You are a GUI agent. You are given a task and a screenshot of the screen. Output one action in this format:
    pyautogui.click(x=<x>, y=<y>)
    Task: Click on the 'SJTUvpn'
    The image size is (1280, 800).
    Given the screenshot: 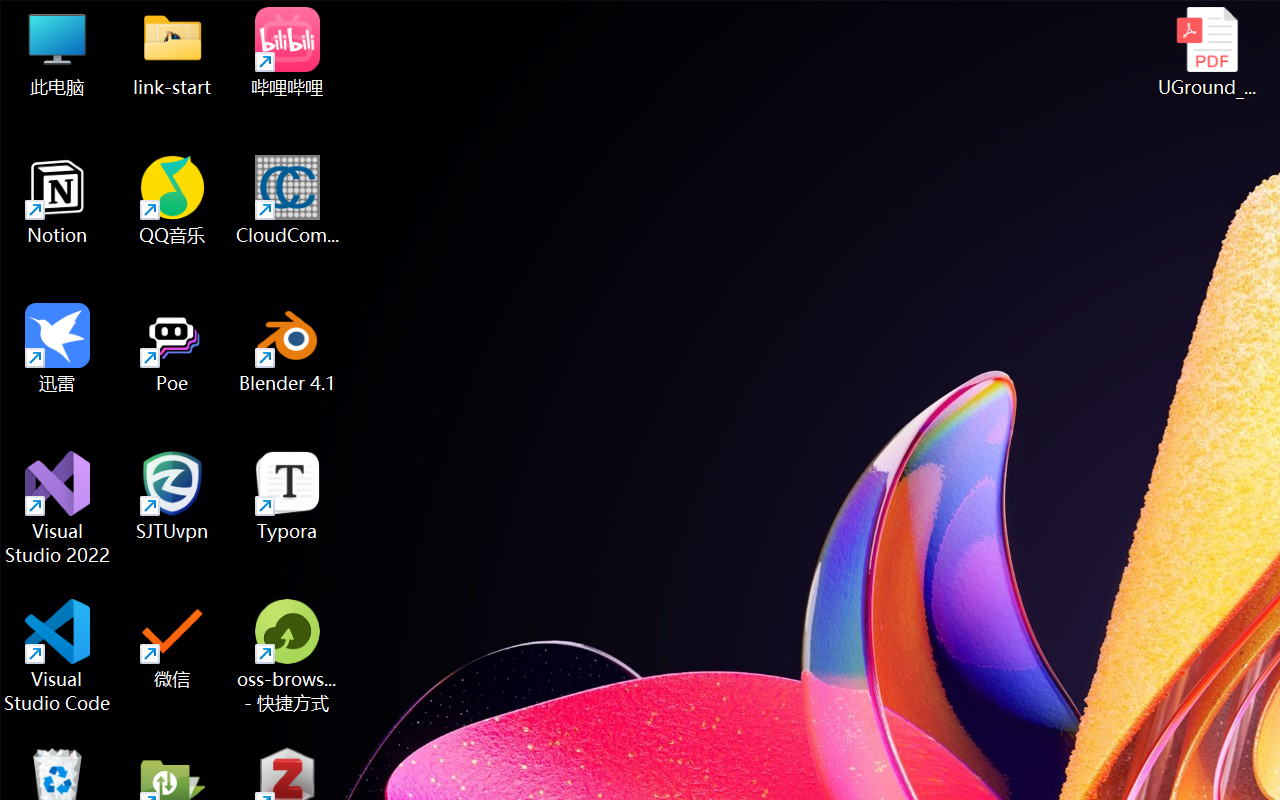 What is the action you would take?
    pyautogui.click(x=172, y=496)
    